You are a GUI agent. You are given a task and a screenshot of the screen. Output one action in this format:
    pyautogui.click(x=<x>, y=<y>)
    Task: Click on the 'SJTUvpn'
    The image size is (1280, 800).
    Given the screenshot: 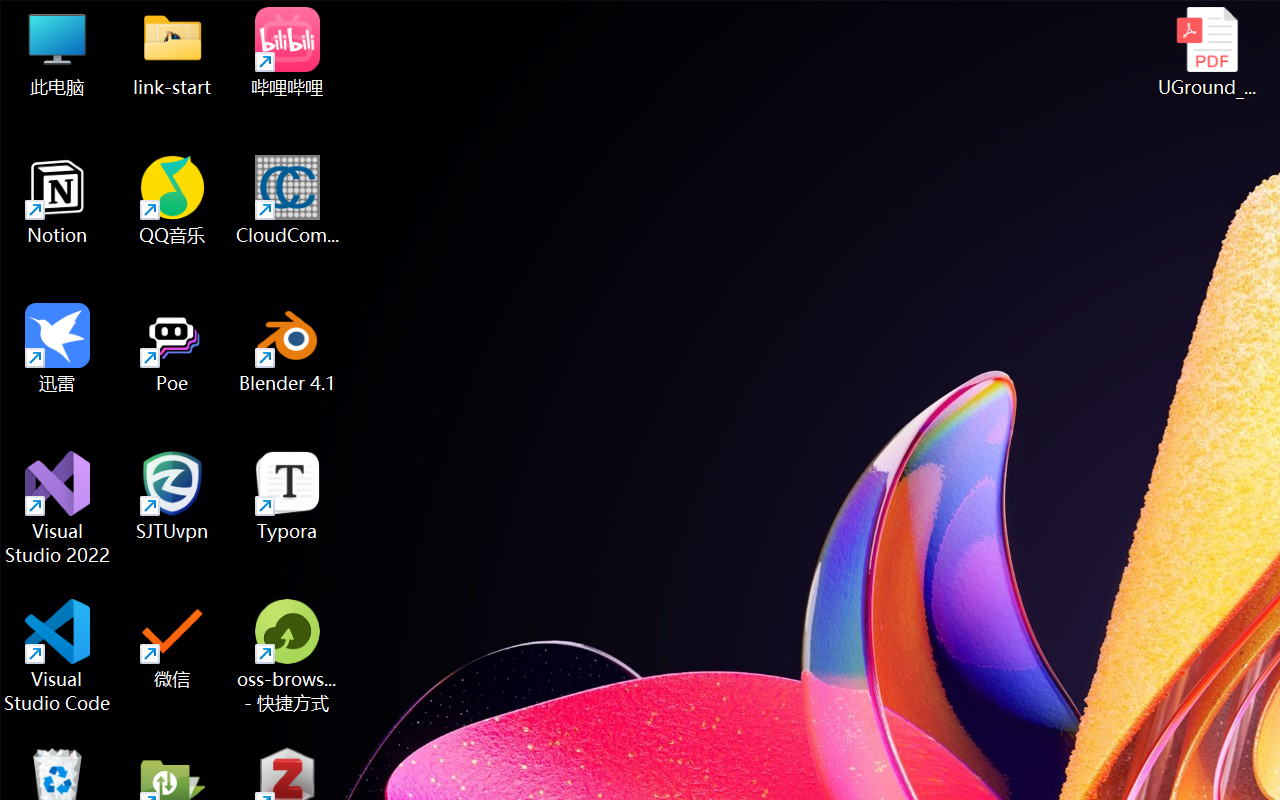 What is the action you would take?
    pyautogui.click(x=172, y=496)
    